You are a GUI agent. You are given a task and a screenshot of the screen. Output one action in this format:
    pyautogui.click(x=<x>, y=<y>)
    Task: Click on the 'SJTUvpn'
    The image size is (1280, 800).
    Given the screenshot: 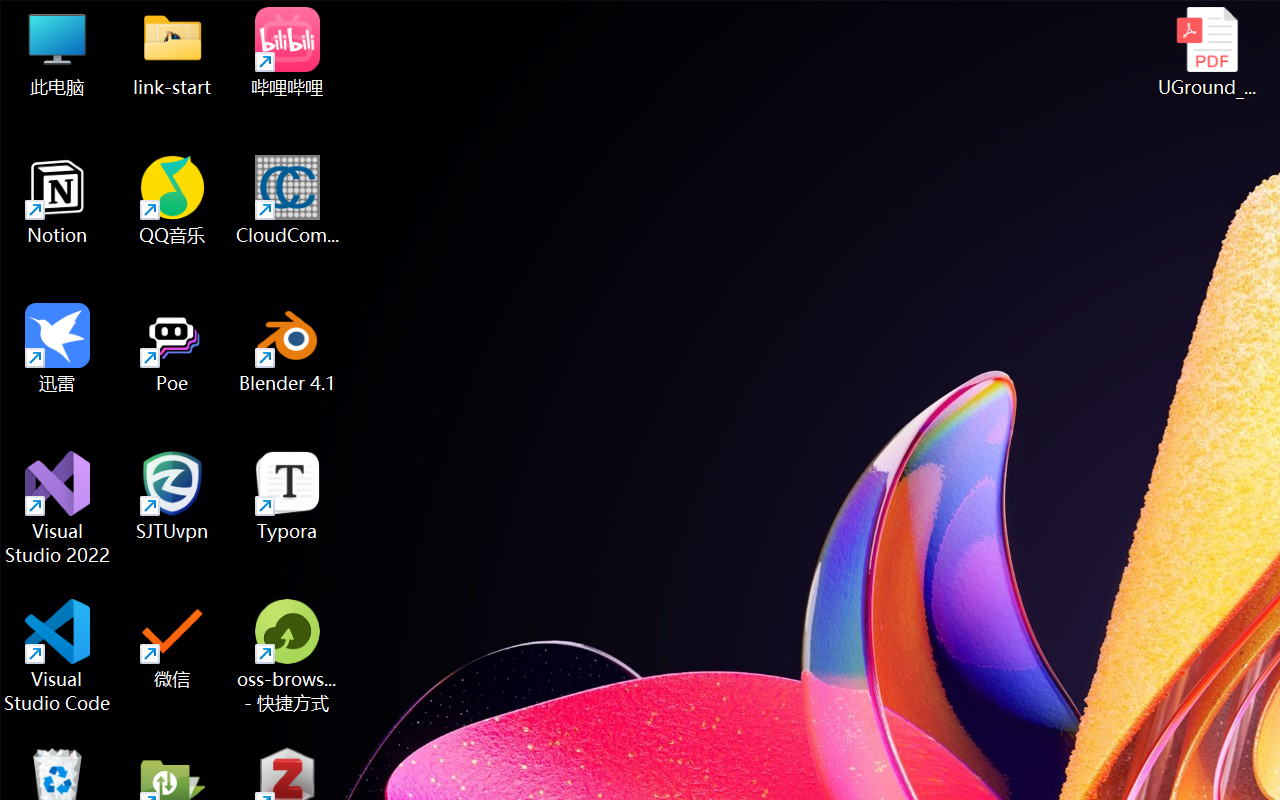 What is the action you would take?
    pyautogui.click(x=172, y=496)
    